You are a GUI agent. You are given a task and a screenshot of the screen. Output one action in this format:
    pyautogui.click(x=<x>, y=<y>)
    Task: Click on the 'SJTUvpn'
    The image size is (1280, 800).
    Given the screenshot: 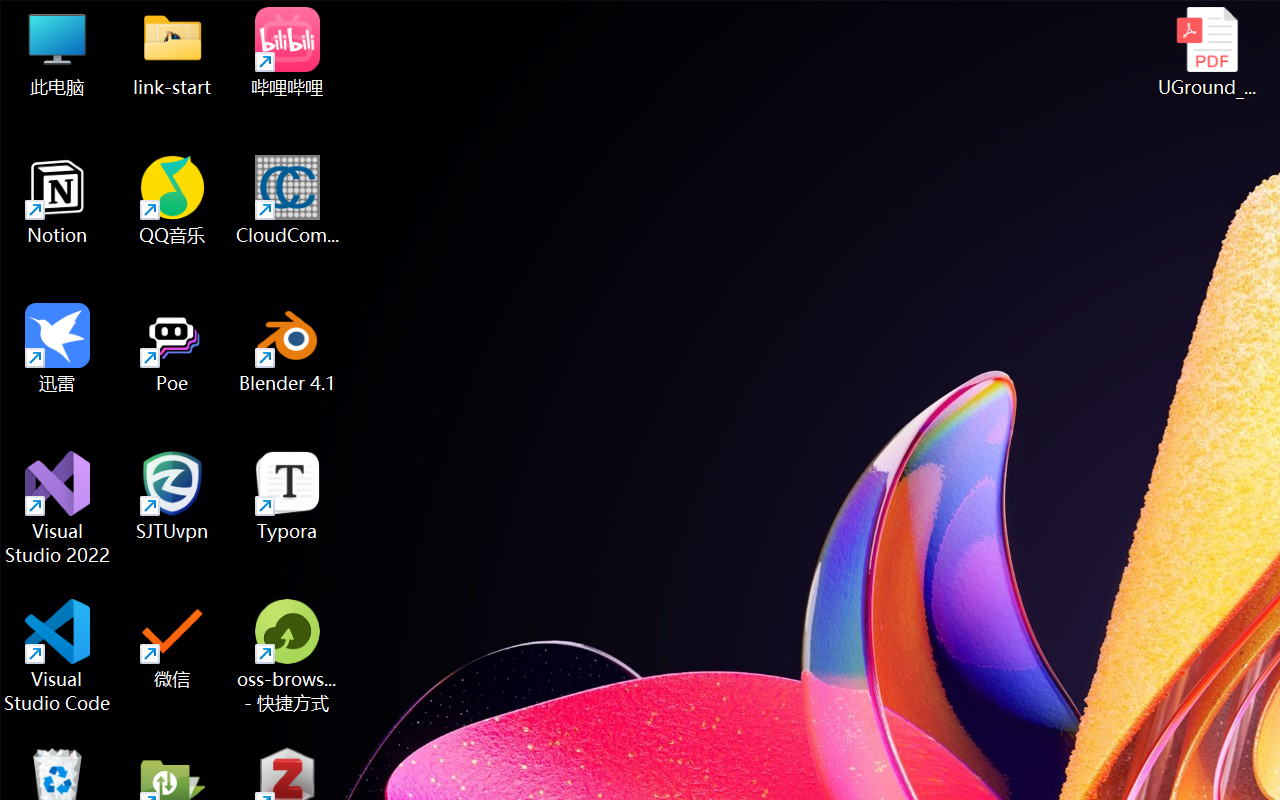 What is the action you would take?
    pyautogui.click(x=172, y=496)
    